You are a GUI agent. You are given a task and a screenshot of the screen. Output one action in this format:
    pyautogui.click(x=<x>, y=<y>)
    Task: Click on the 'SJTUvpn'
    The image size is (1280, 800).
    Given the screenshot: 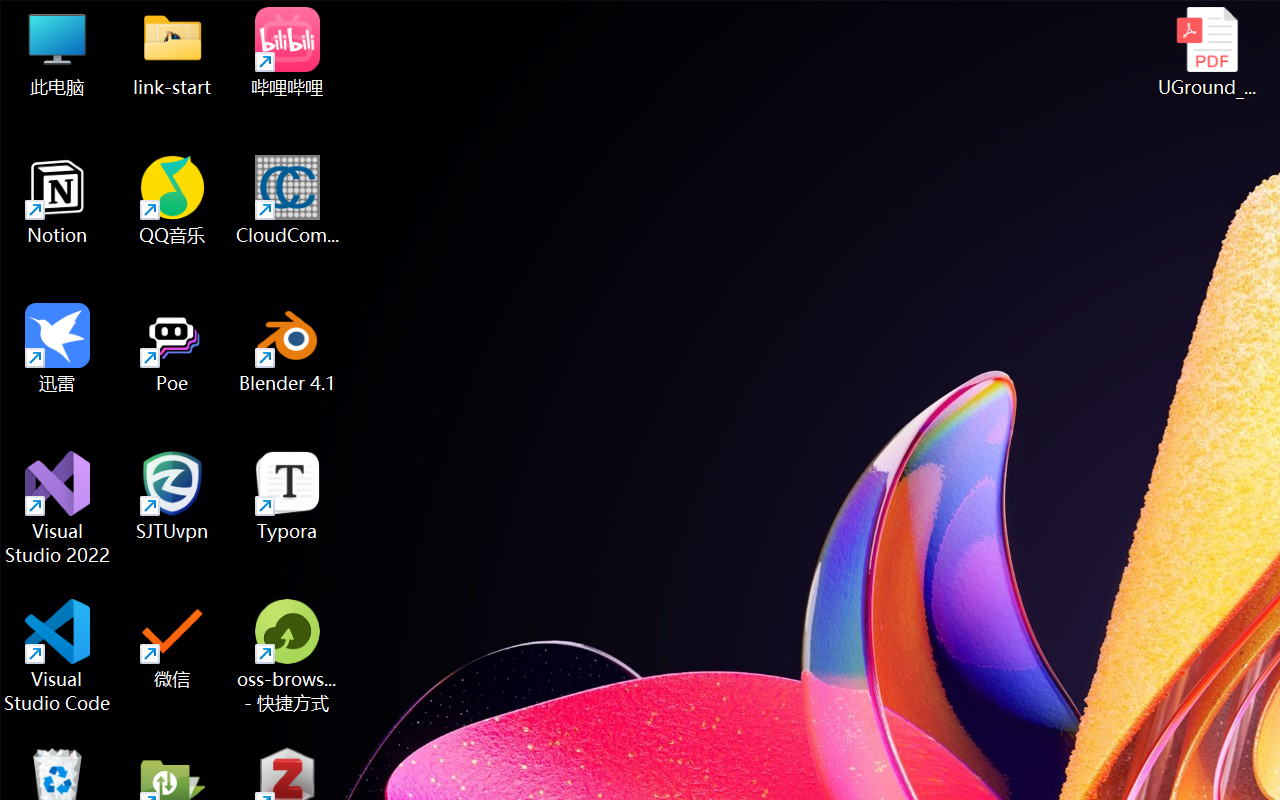 What is the action you would take?
    pyautogui.click(x=172, y=496)
    